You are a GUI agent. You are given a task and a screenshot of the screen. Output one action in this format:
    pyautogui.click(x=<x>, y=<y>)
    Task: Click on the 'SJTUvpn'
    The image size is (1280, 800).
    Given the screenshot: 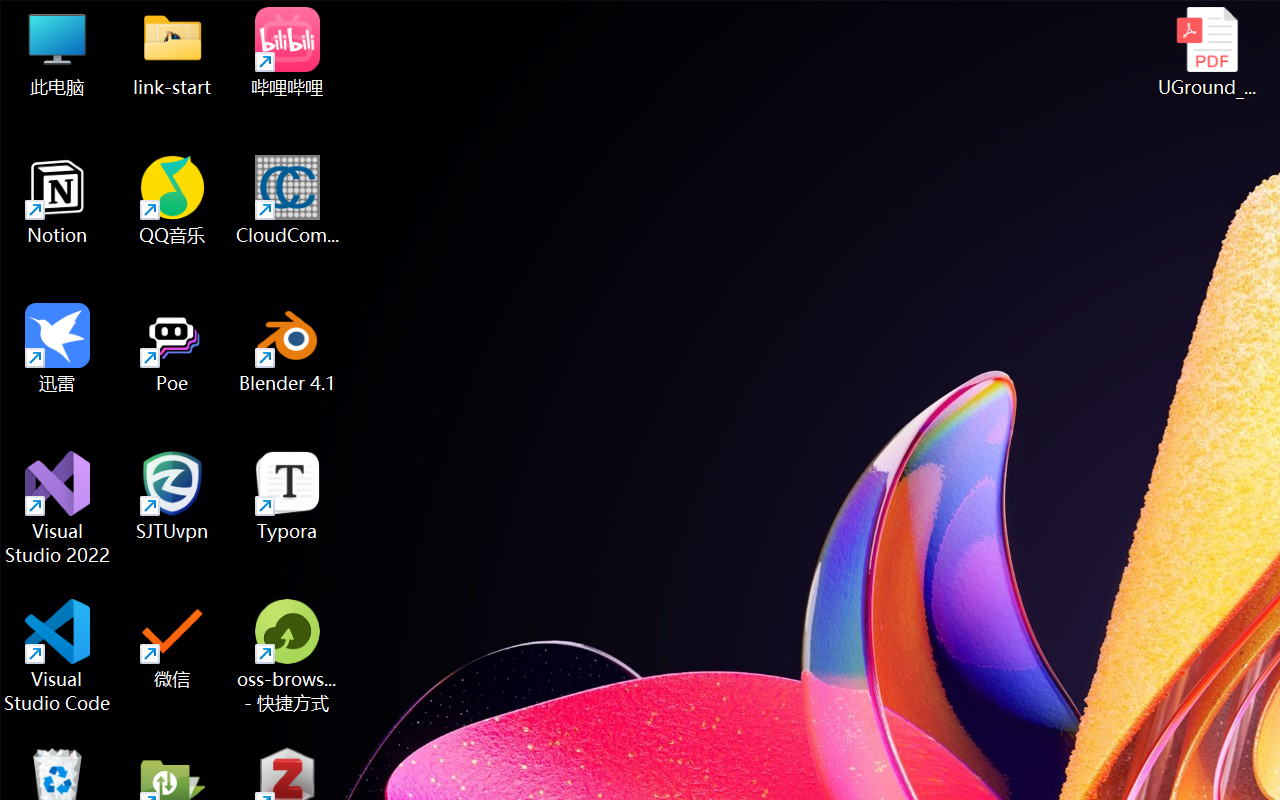 What is the action you would take?
    pyautogui.click(x=172, y=496)
    